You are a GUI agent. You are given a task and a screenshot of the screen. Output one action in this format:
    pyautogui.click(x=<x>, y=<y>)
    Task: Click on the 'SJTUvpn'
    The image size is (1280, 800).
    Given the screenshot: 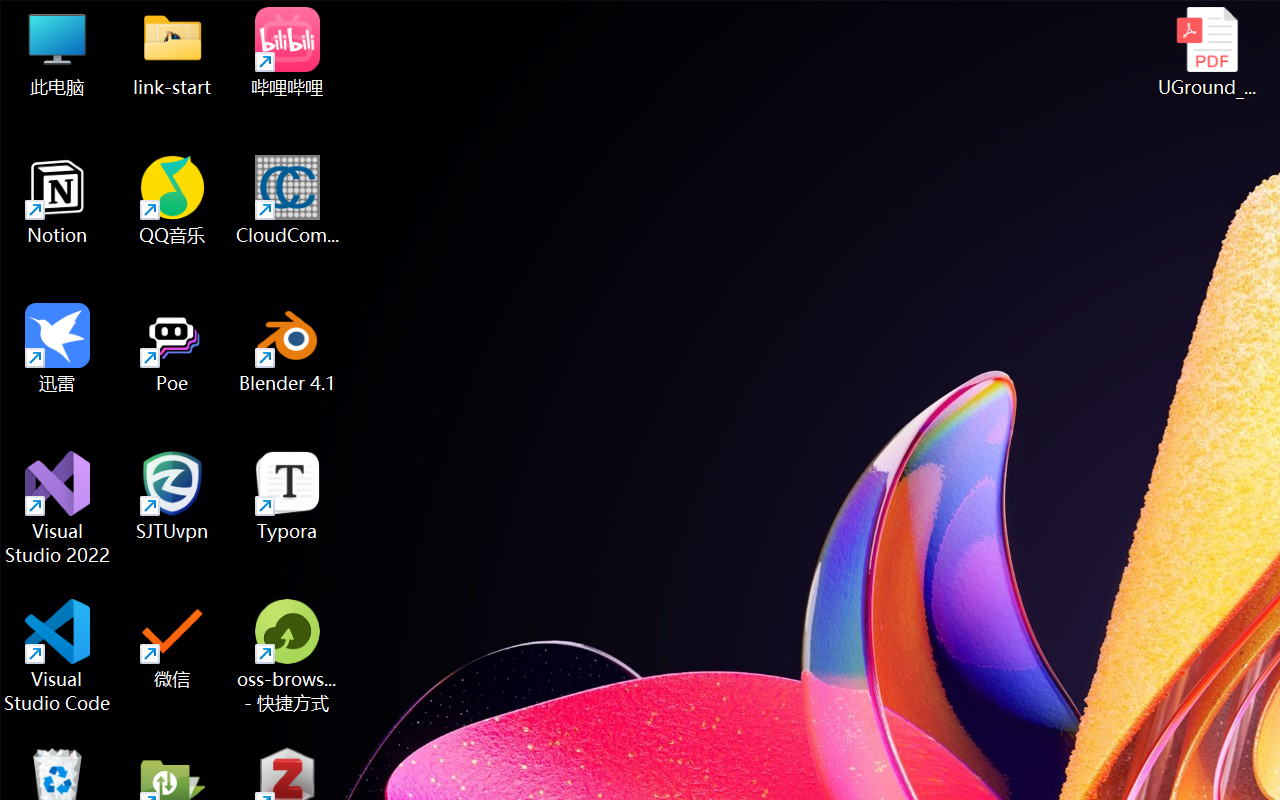 What is the action you would take?
    pyautogui.click(x=172, y=496)
    